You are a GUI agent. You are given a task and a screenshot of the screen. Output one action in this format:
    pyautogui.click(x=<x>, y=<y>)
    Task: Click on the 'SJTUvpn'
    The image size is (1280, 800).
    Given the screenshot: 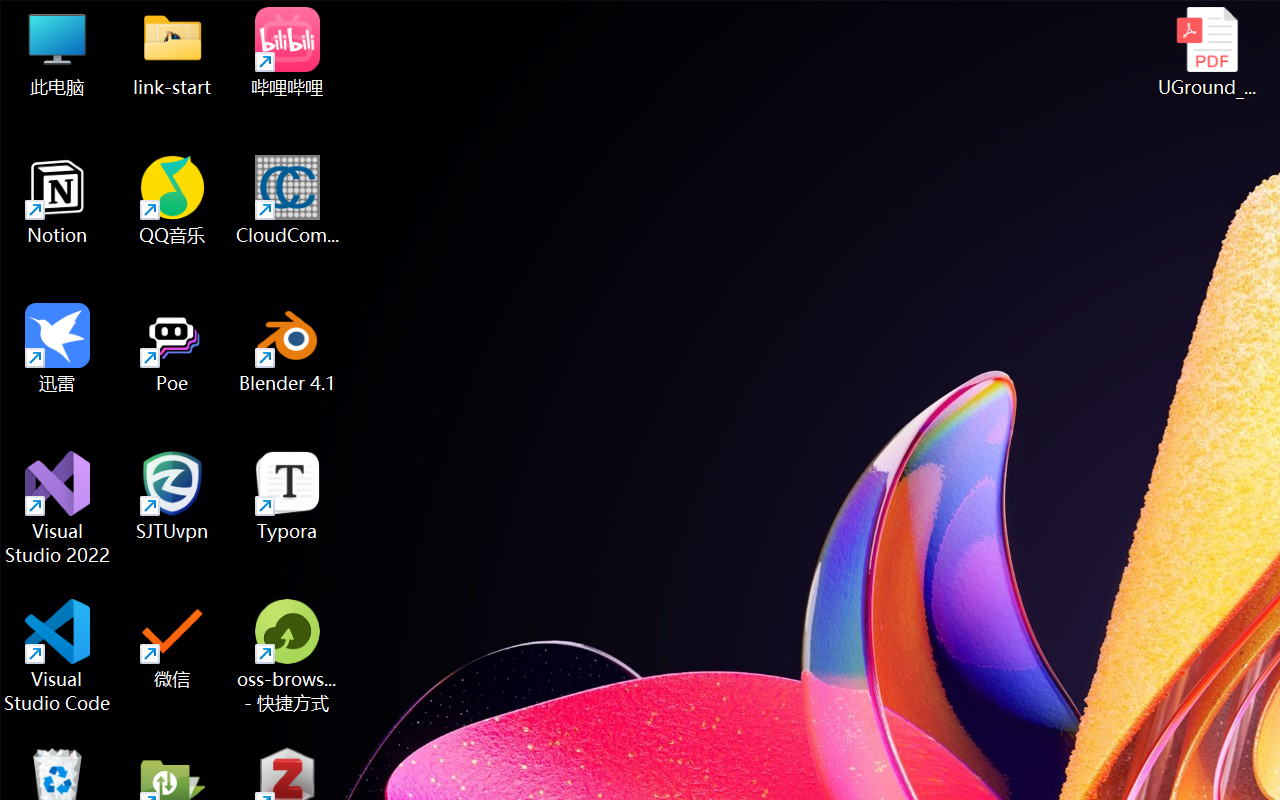 What is the action you would take?
    pyautogui.click(x=172, y=496)
    